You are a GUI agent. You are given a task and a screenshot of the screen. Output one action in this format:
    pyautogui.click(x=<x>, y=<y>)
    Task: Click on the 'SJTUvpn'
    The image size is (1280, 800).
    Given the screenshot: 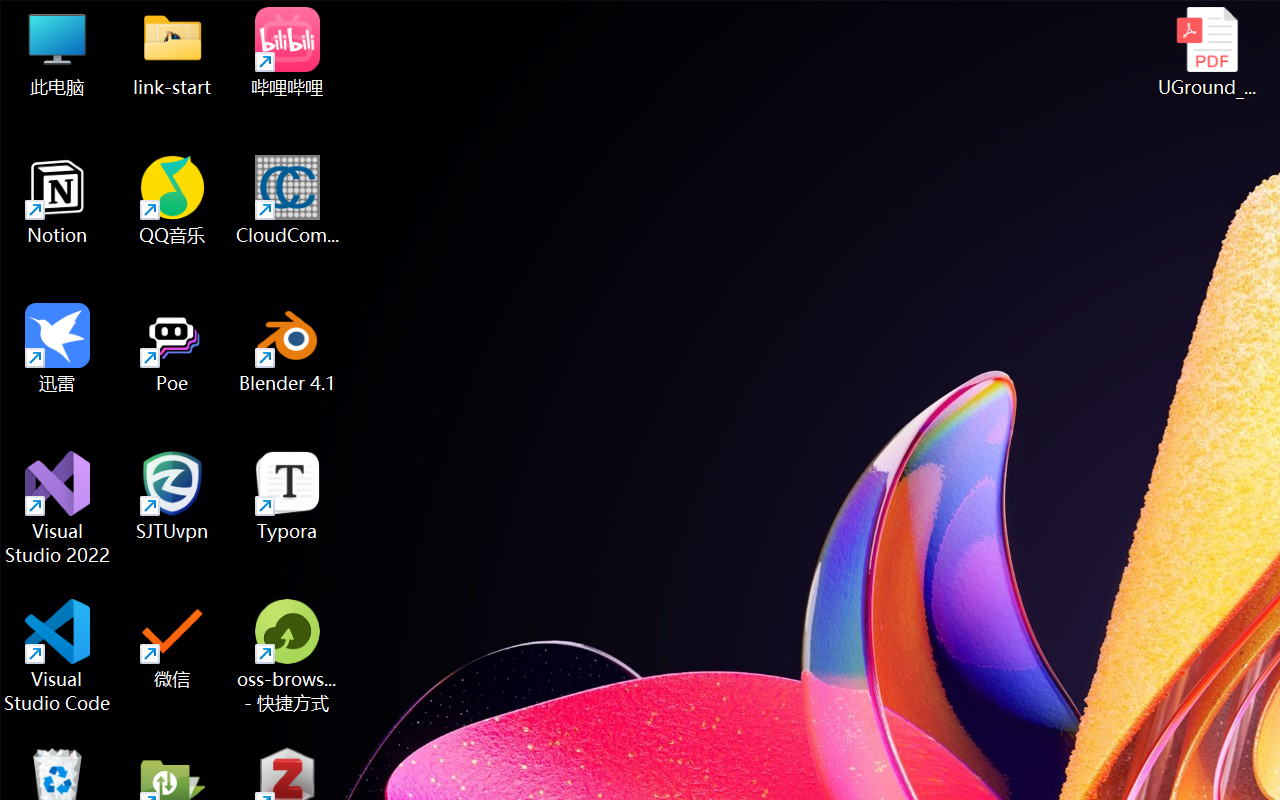 What is the action you would take?
    pyautogui.click(x=172, y=496)
    